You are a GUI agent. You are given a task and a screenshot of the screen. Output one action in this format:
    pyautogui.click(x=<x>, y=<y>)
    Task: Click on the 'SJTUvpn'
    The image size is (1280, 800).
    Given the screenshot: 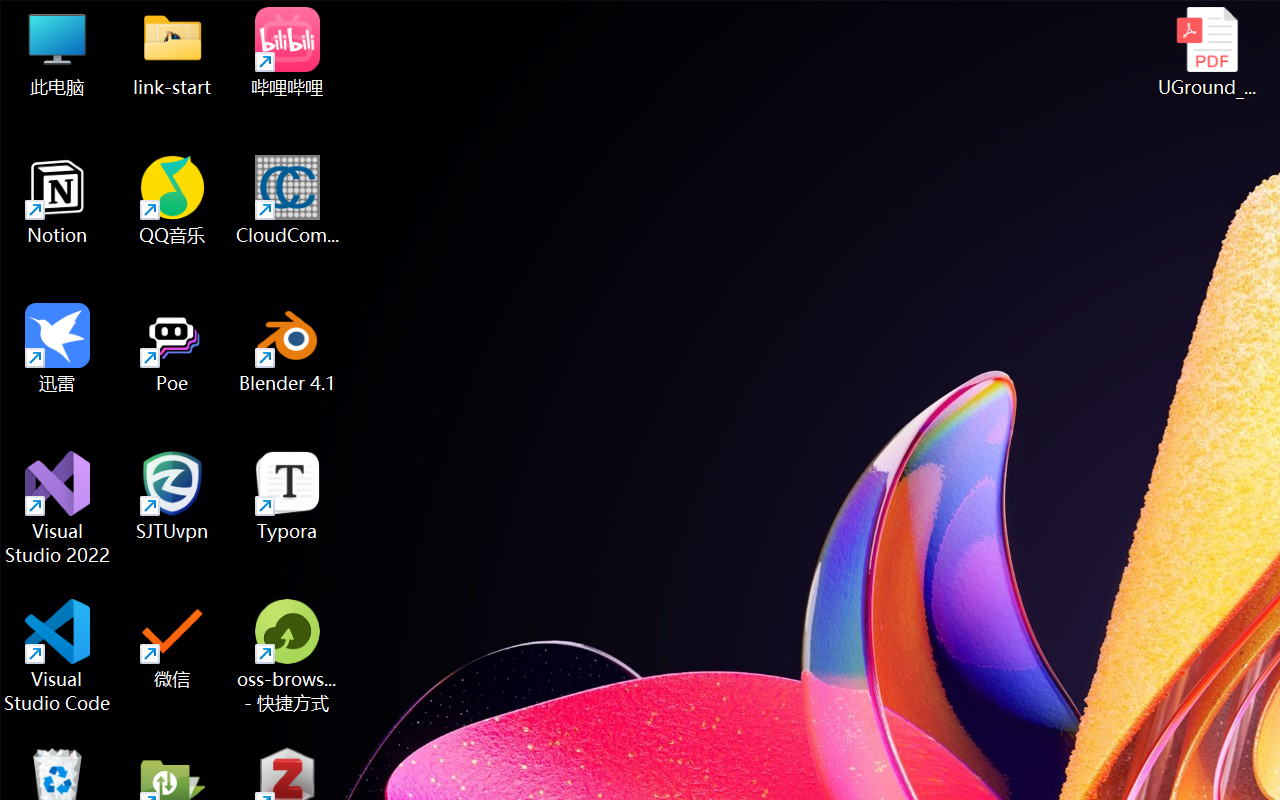 What is the action you would take?
    pyautogui.click(x=172, y=496)
    